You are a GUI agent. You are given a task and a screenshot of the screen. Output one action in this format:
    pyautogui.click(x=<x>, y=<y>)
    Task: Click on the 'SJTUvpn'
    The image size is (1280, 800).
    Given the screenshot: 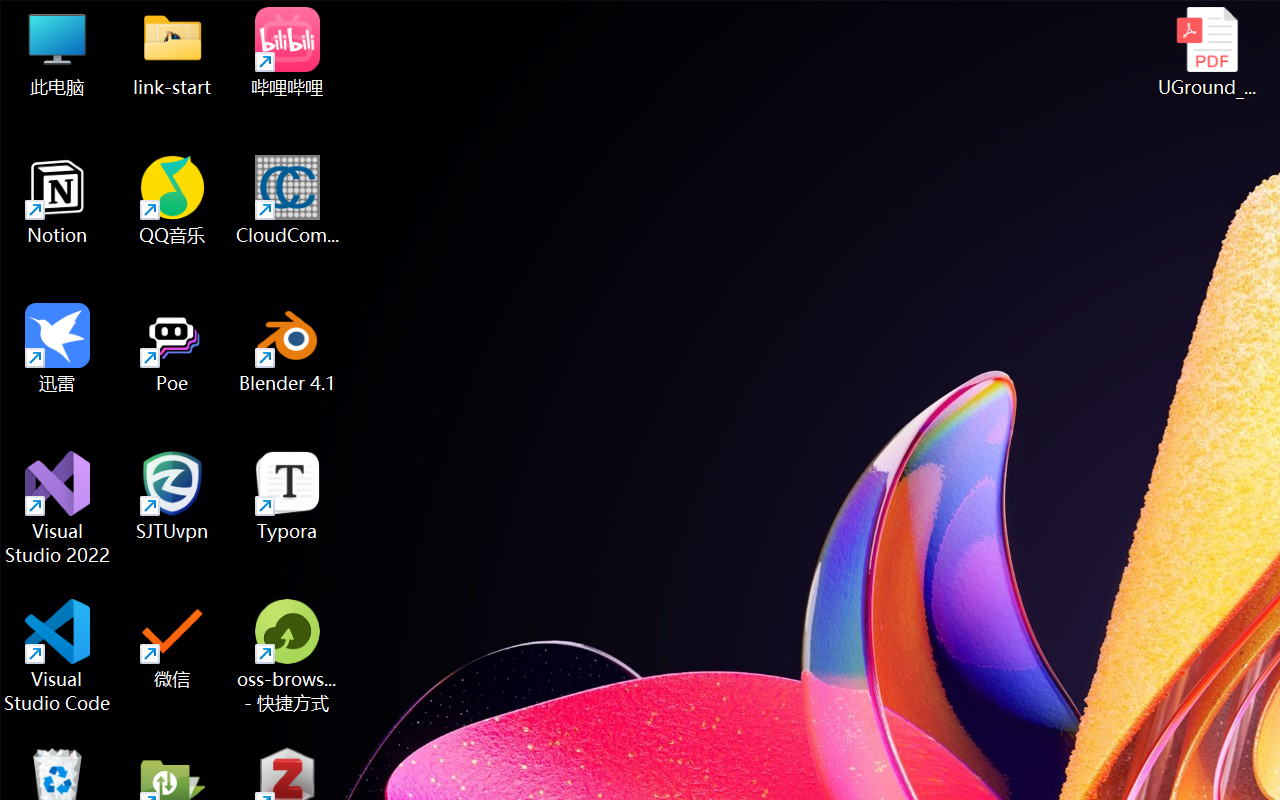 What is the action you would take?
    pyautogui.click(x=172, y=496)
    